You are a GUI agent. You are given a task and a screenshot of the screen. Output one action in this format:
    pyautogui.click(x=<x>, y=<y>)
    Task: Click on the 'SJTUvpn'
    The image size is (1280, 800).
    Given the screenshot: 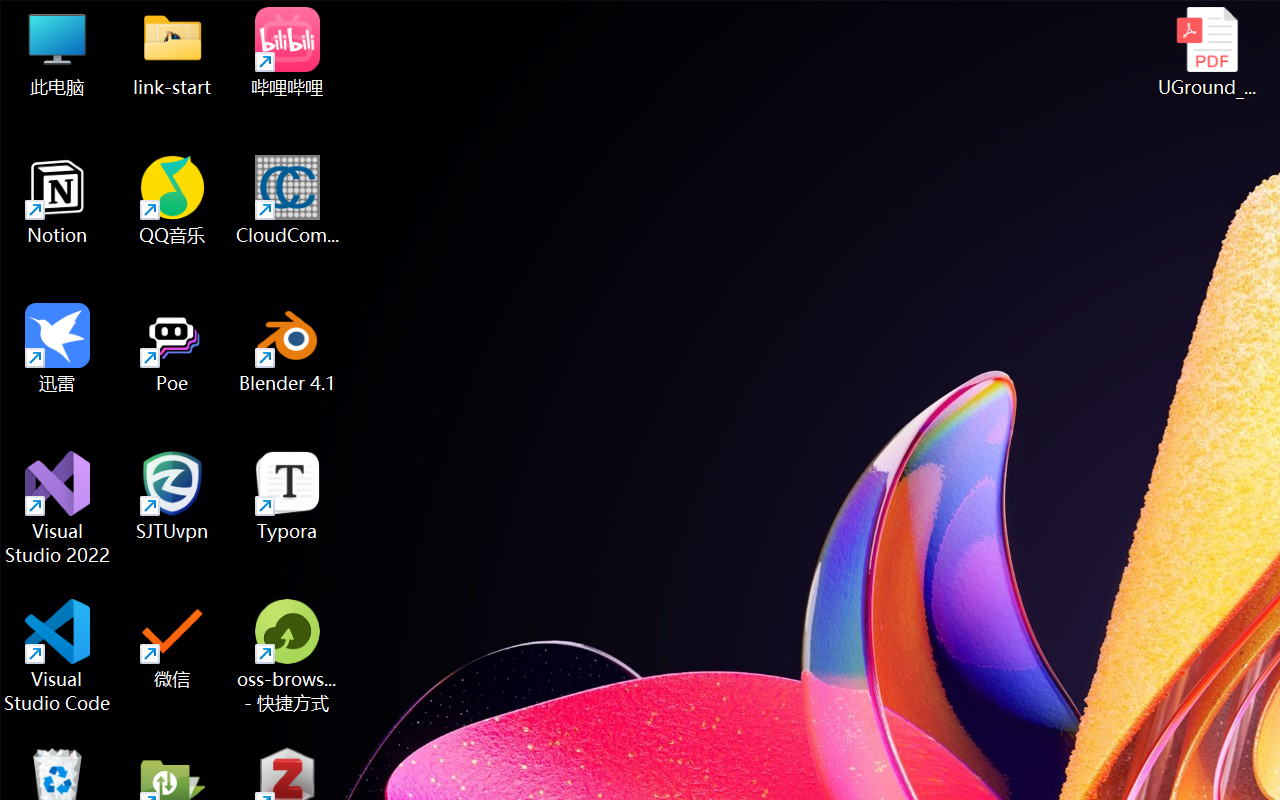 What is the action you would take?
    pyautogui.click(x=172, y=496)
    